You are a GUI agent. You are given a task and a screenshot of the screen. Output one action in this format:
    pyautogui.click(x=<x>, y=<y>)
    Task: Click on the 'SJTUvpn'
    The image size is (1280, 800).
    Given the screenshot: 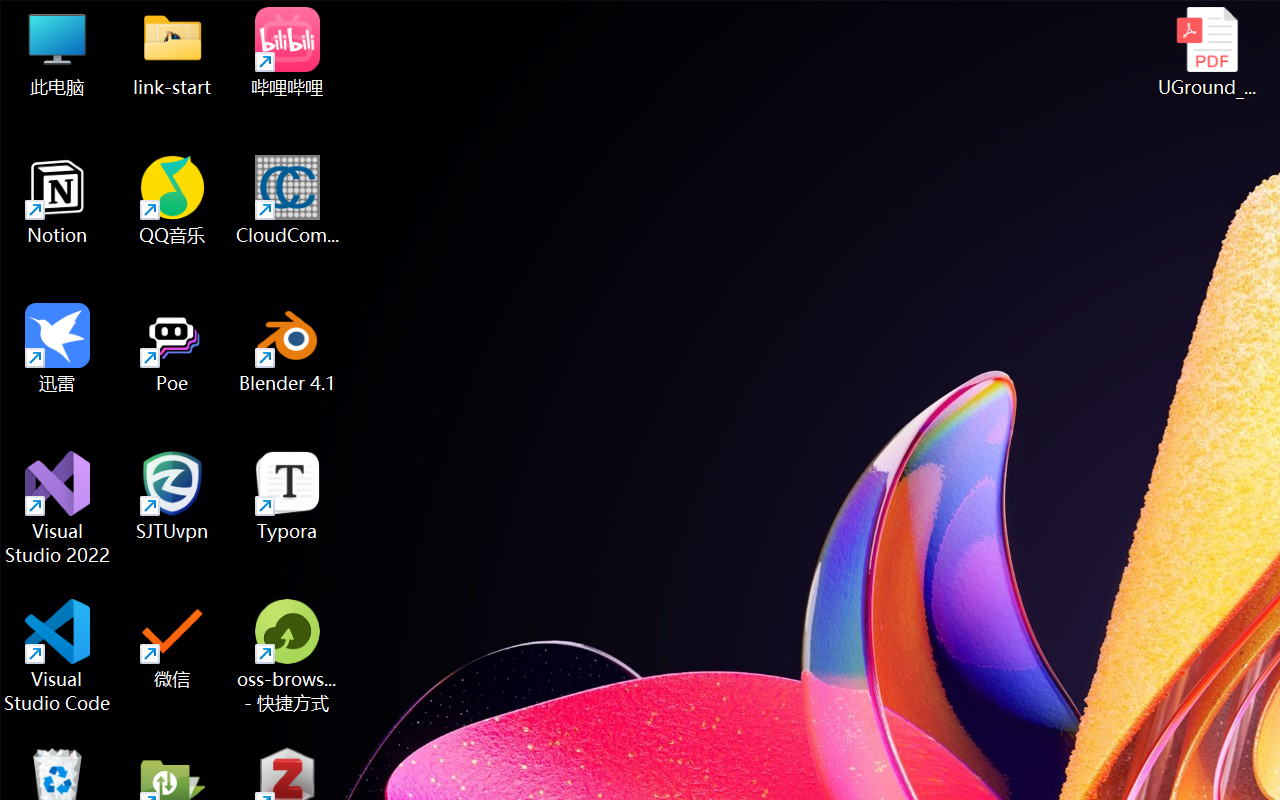 What is the action you would take?
    pyautogui.click(x=172, y=496)
    